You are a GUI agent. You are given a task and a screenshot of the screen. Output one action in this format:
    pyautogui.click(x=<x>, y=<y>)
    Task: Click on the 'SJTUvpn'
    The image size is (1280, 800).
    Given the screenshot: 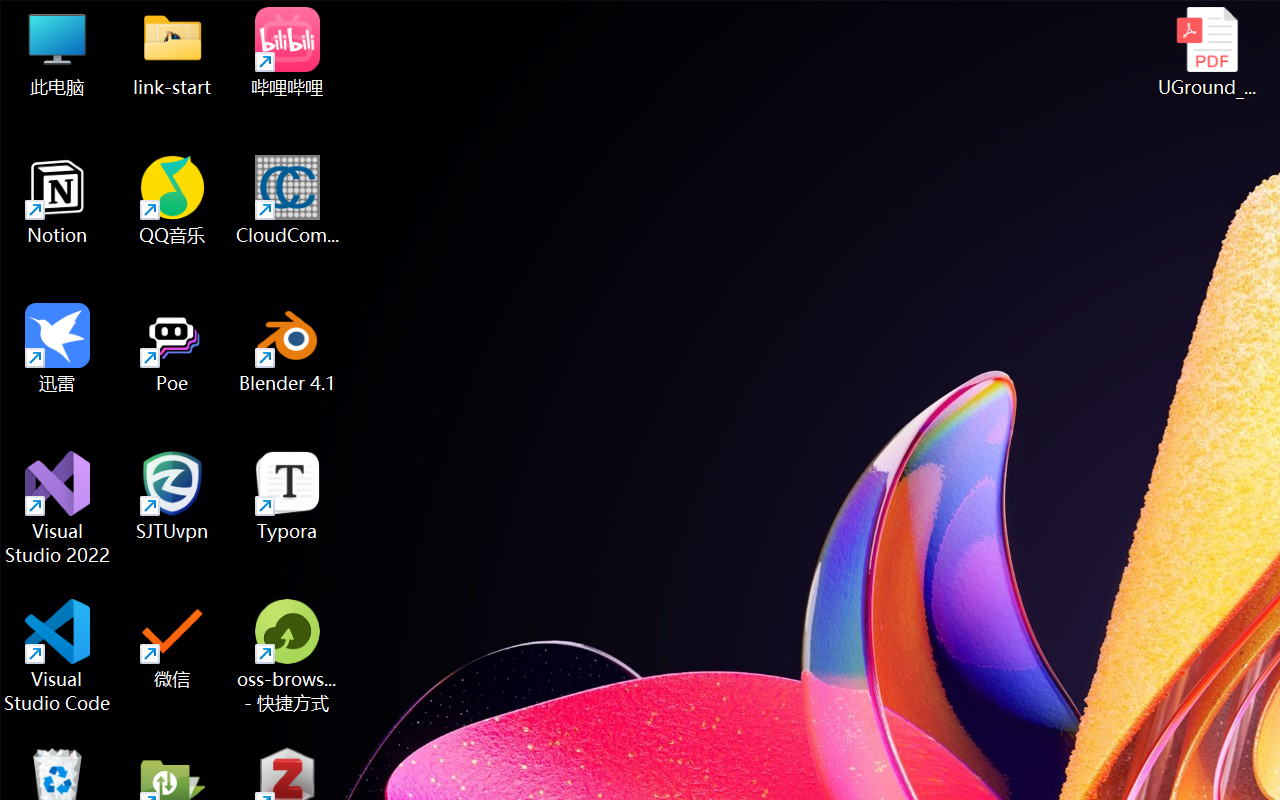 What is the action you would take?
    pyautogui.click(x=172, y=496)
    